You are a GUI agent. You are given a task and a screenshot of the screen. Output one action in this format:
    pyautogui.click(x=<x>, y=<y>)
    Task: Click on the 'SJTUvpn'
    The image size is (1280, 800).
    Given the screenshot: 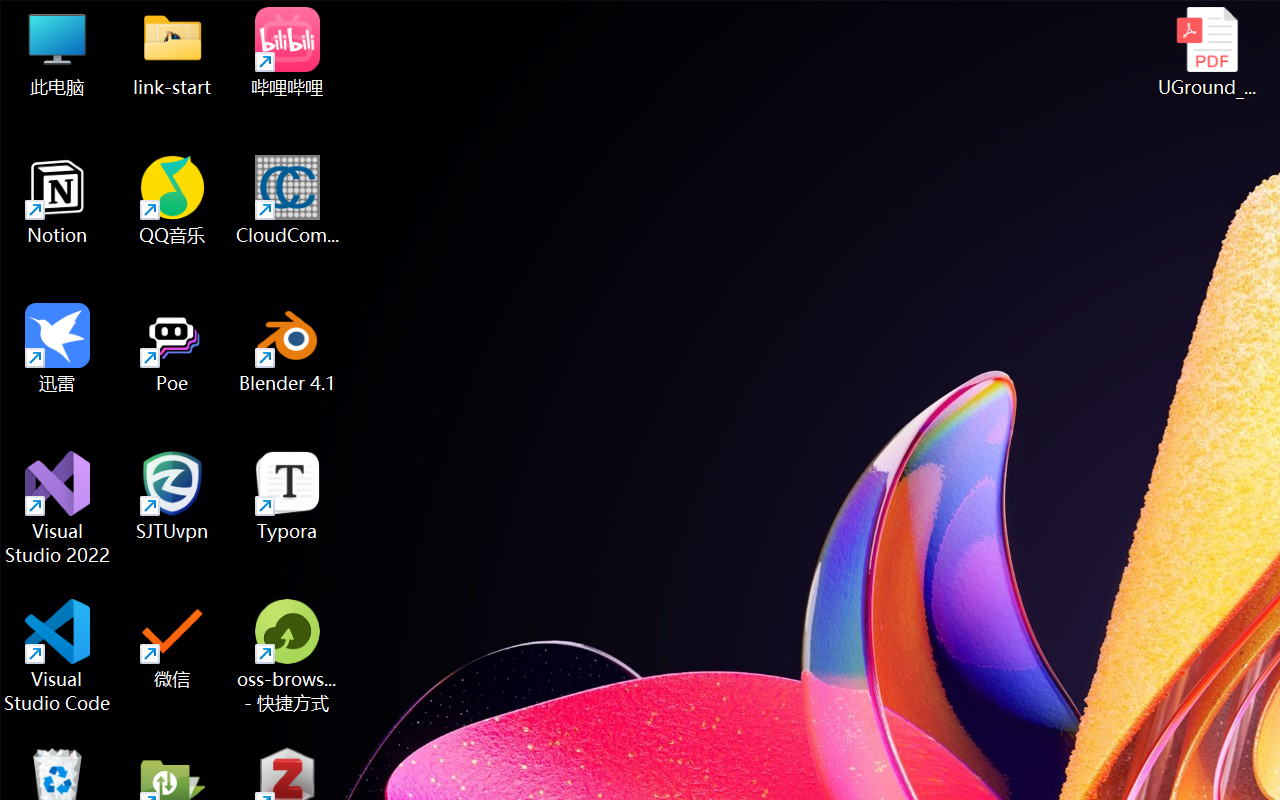 What is the action you would take?
    pyautogui.click(x=172, y=496)
    